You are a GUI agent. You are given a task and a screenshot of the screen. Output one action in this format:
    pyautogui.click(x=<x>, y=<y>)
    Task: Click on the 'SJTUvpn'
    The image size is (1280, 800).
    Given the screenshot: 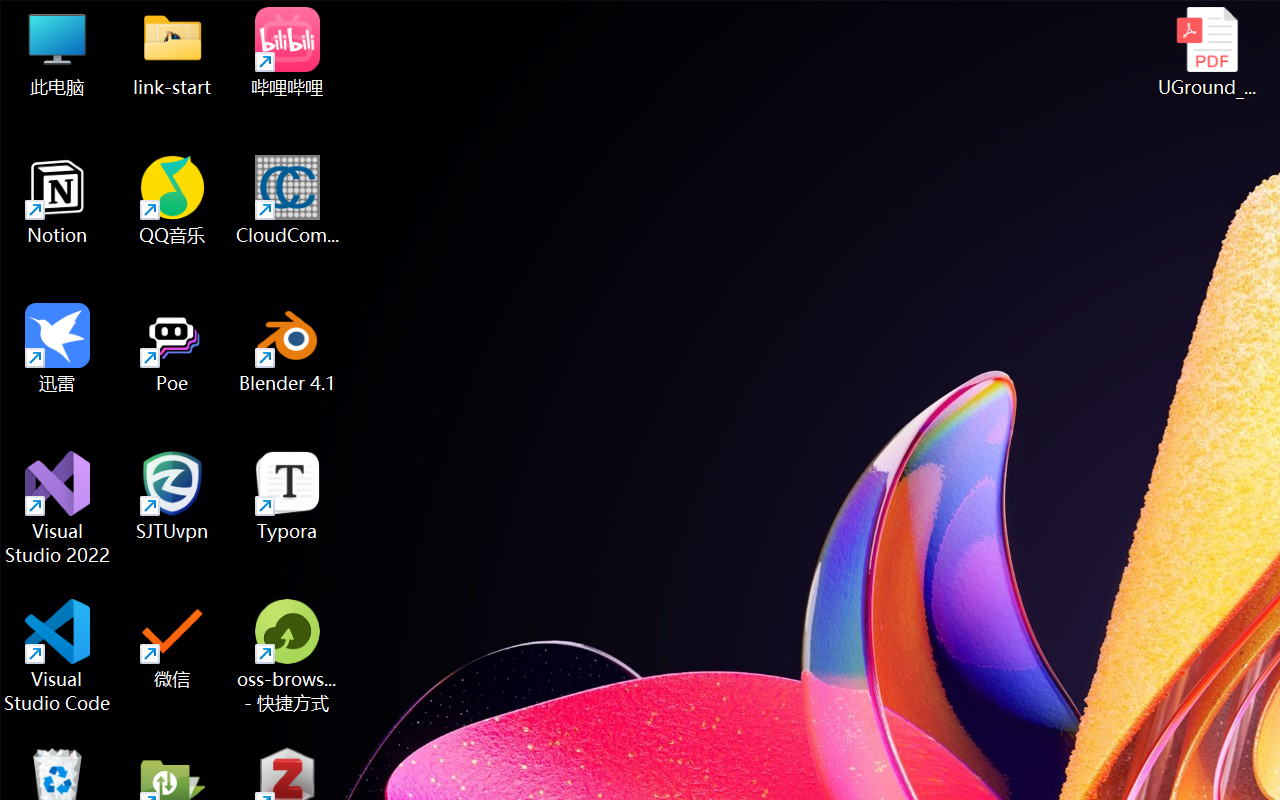 What is the action you would take?
    pyautogui.click(x=172, y=496)
    